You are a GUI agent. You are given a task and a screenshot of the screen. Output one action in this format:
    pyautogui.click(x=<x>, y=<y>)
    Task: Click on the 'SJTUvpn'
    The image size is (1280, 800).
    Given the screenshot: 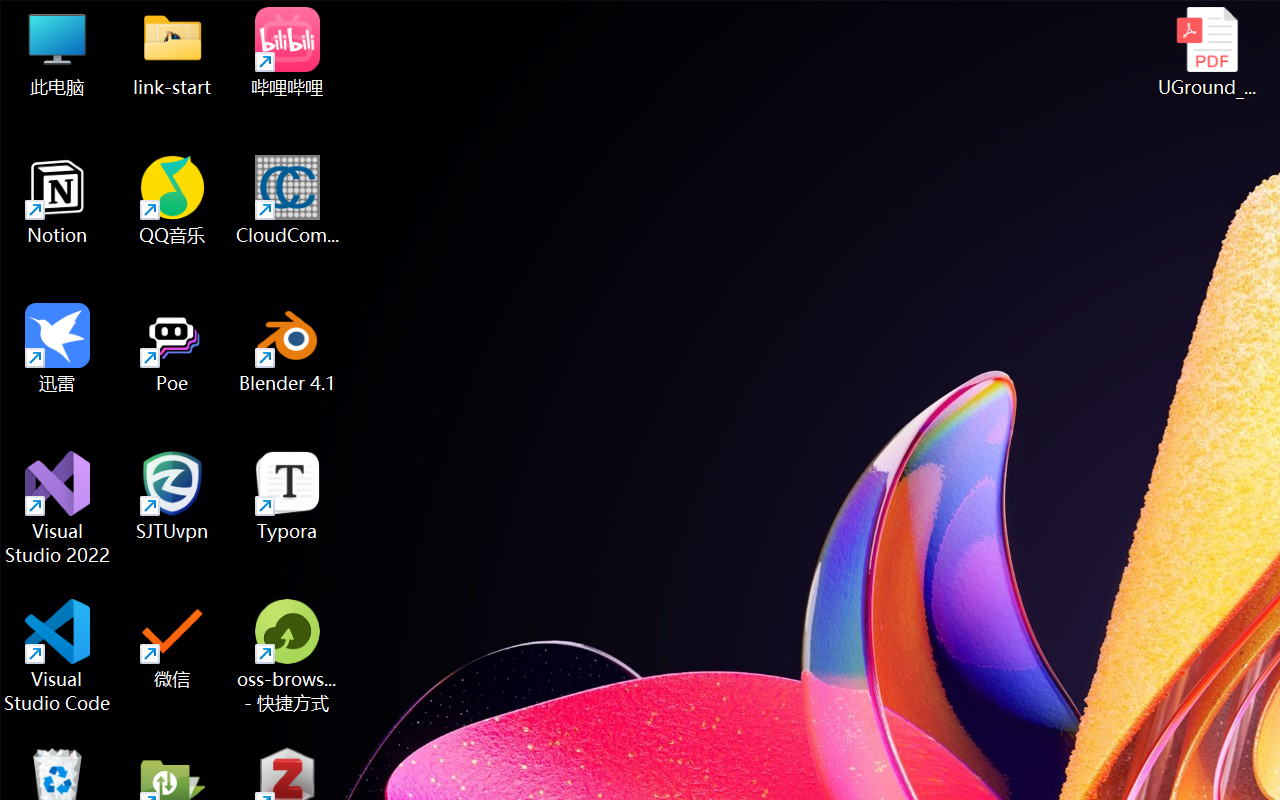 What is the action you would take?
    pyautogui.click(x=172, y=496)
    